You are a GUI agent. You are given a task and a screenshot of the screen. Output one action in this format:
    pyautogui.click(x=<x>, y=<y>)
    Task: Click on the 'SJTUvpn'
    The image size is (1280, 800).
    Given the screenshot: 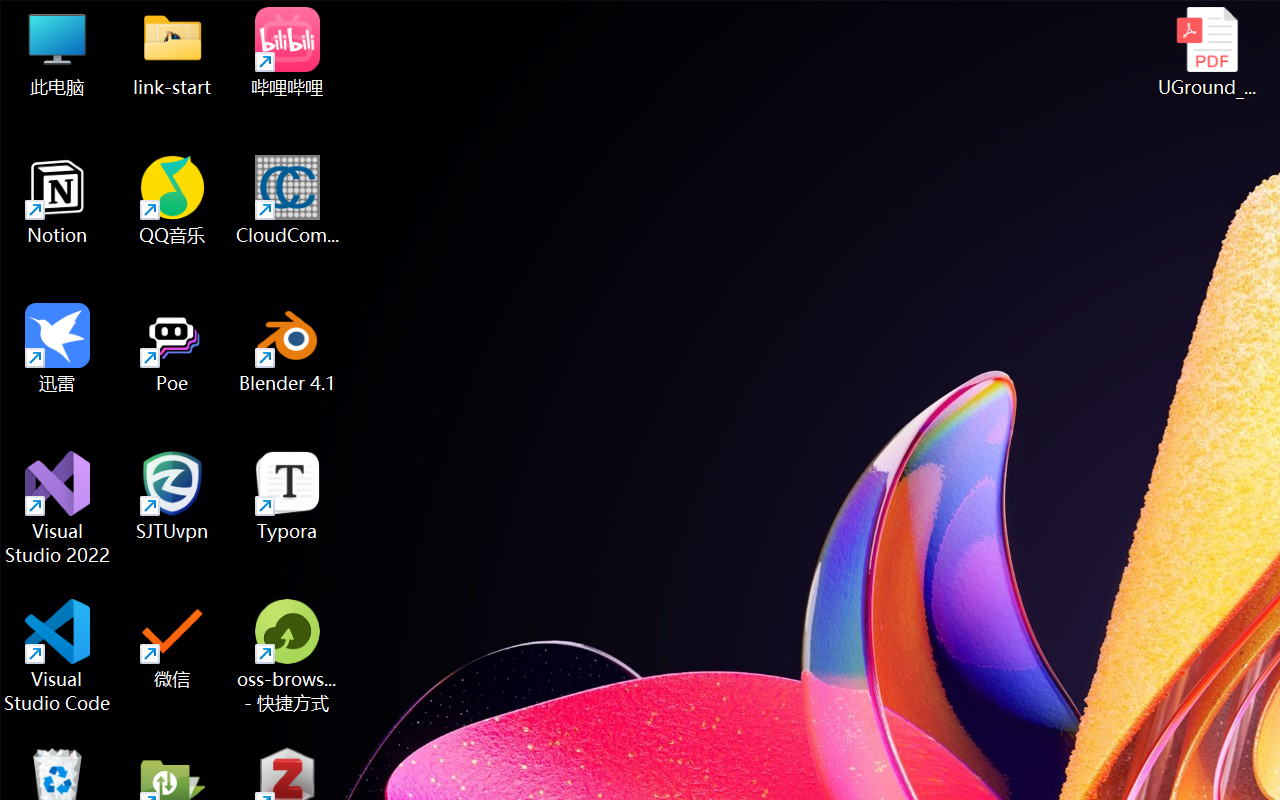 What is the action you would take?
    pyautogui.click(x=172, y=496)
    